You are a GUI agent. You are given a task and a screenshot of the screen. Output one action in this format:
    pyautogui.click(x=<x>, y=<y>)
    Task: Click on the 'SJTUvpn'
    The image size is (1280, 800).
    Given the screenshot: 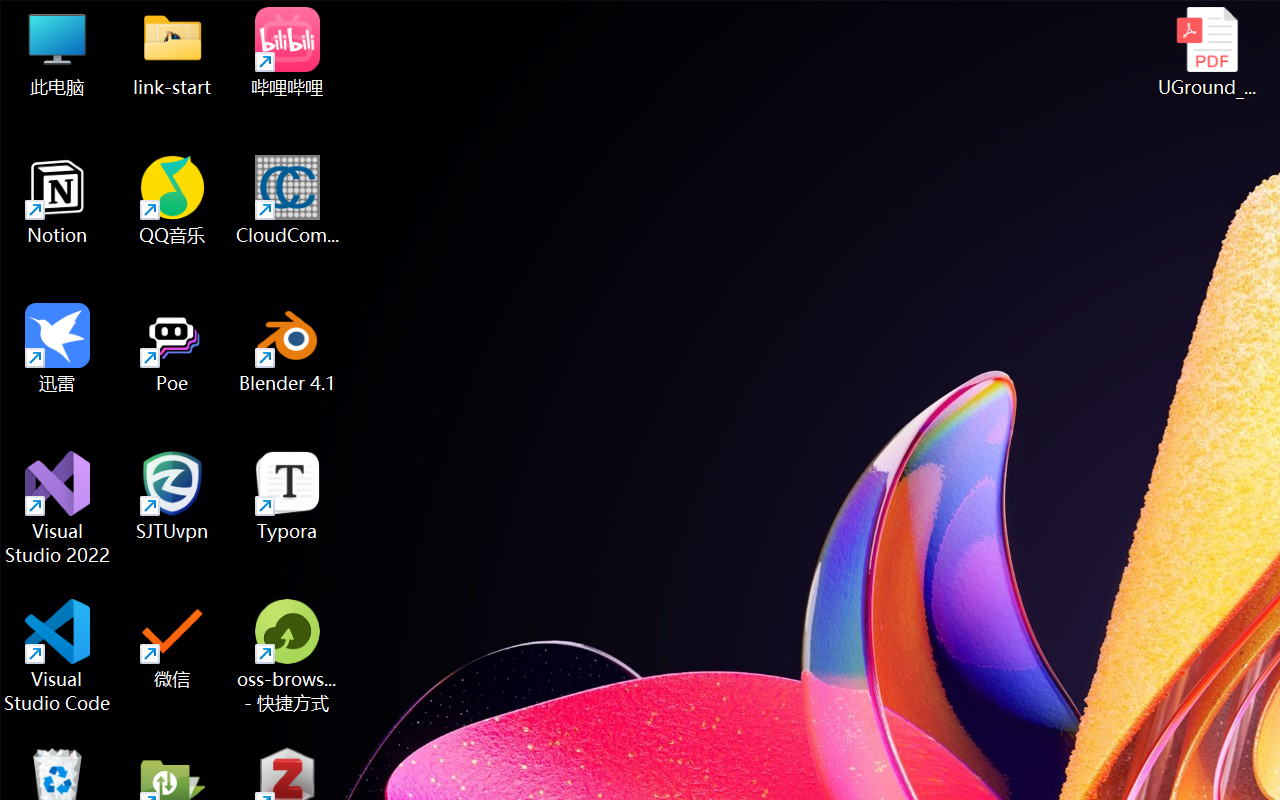 What is the action you would take?
    pyautogui.click(x=172, y=496)
    